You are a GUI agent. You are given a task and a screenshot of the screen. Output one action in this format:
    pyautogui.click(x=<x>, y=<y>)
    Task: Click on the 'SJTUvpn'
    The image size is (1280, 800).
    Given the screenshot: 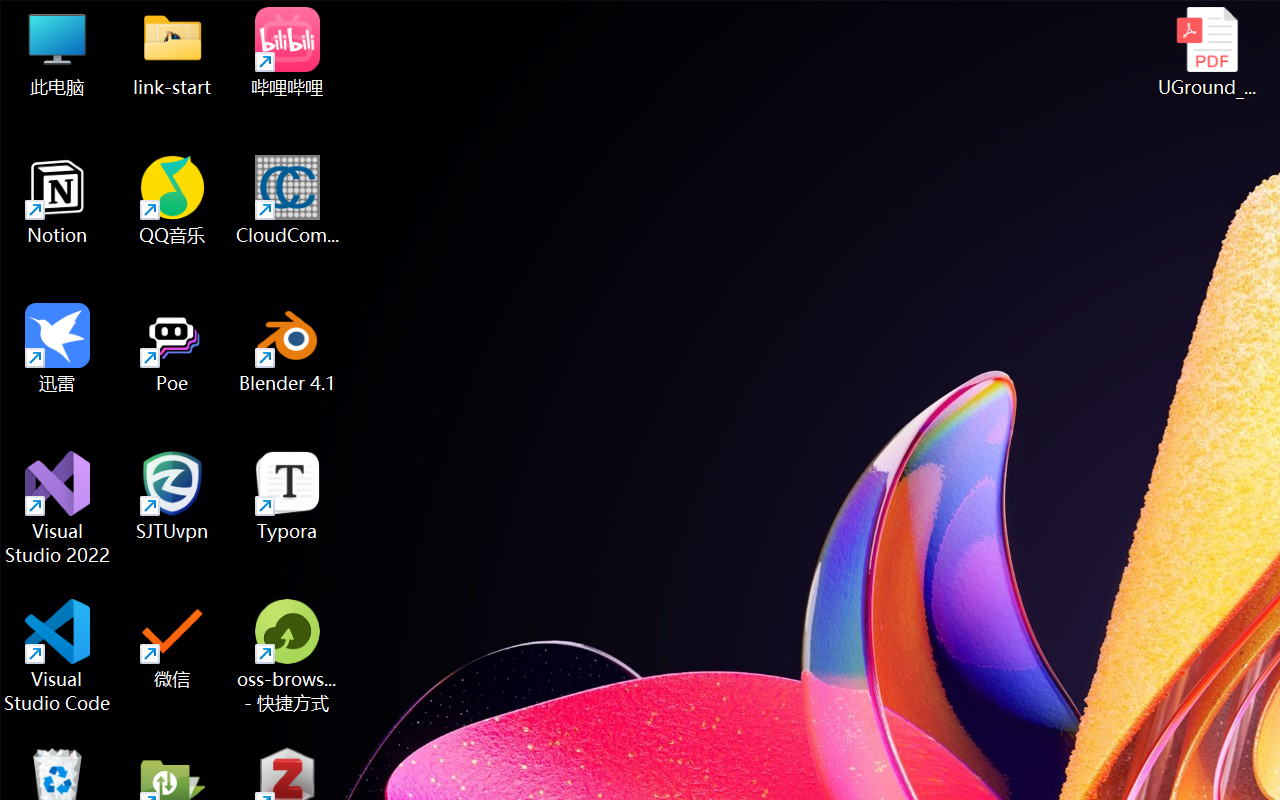 What is the action you would take?
    pyautogui.click(x=172, y=496)
    